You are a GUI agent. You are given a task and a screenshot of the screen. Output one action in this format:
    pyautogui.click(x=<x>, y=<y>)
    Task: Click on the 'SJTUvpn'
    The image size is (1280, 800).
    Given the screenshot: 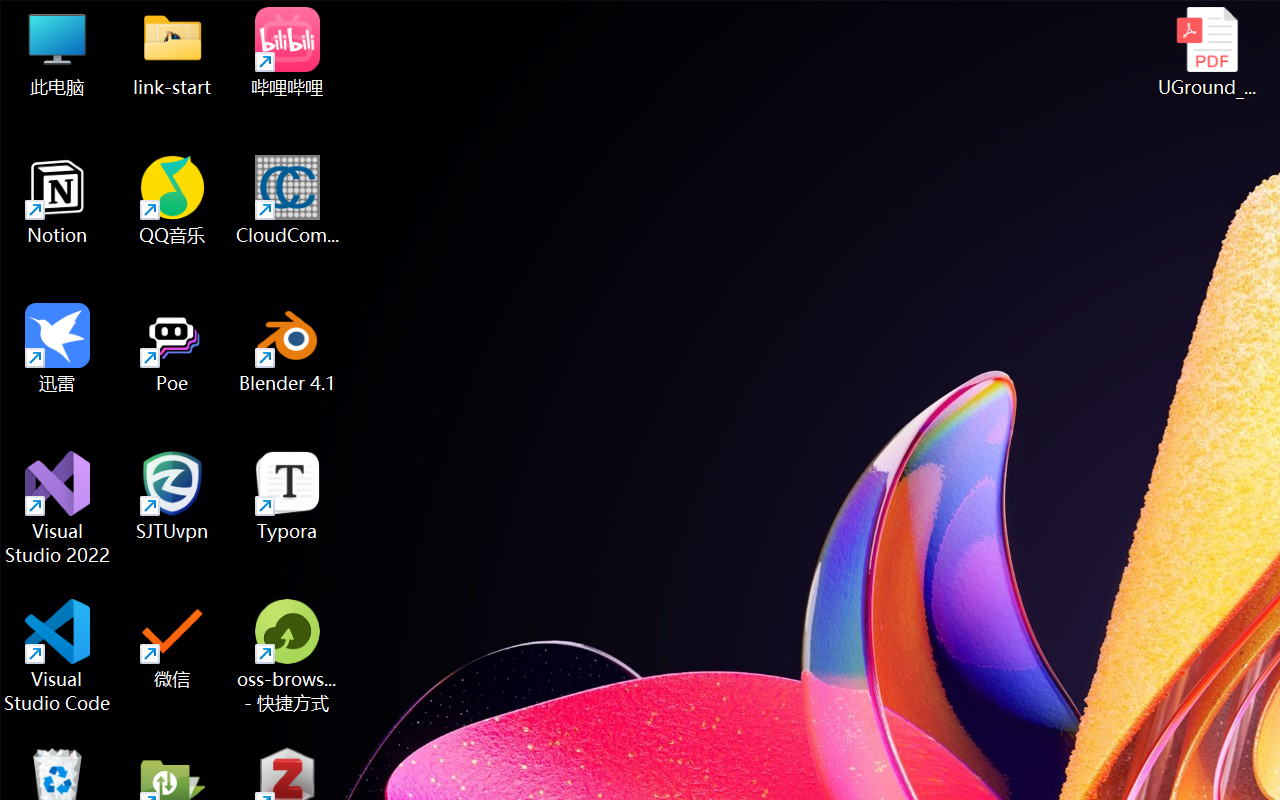 What is the action you would take?
    pyautogui.click(x=172, y=496)
    